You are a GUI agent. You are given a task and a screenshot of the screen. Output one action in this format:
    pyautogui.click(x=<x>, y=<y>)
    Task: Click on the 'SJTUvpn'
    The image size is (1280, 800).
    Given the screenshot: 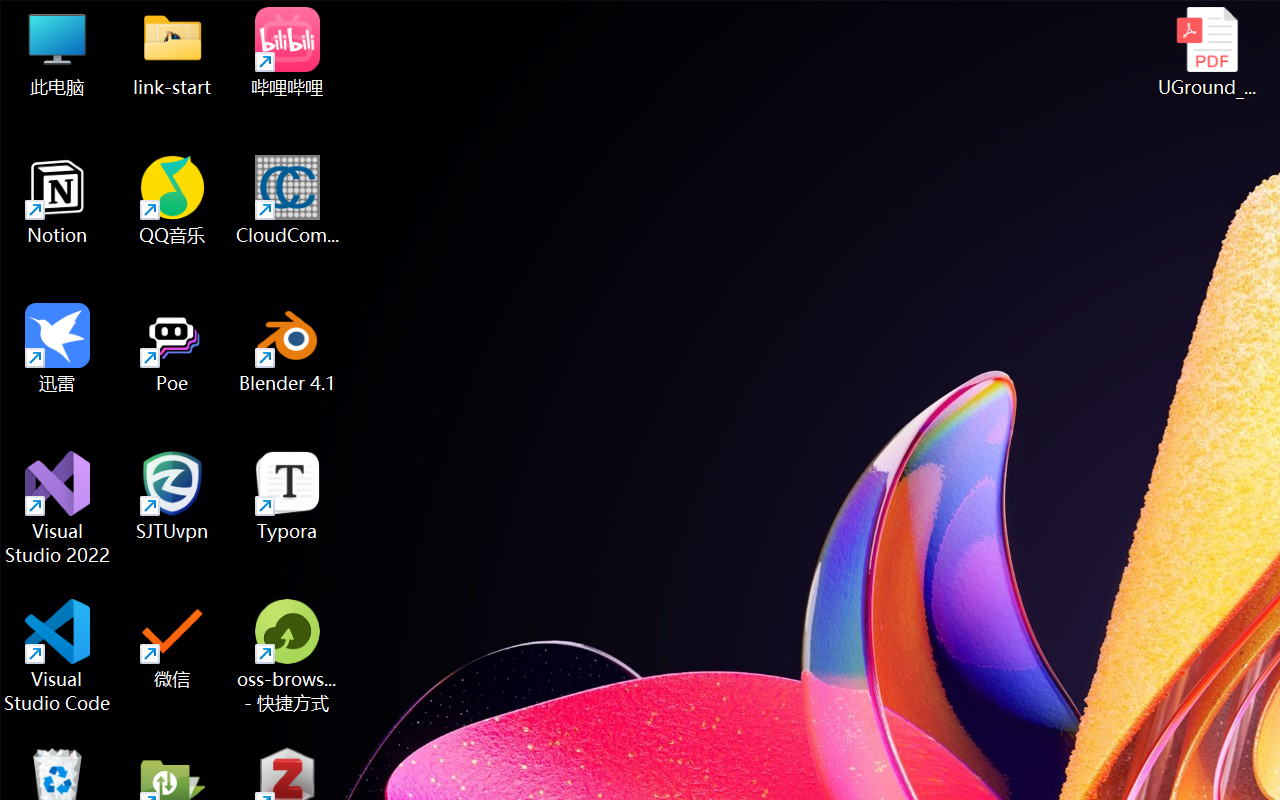 What is the action you would take?
    pyautogui.click(x=172, y=496)
    